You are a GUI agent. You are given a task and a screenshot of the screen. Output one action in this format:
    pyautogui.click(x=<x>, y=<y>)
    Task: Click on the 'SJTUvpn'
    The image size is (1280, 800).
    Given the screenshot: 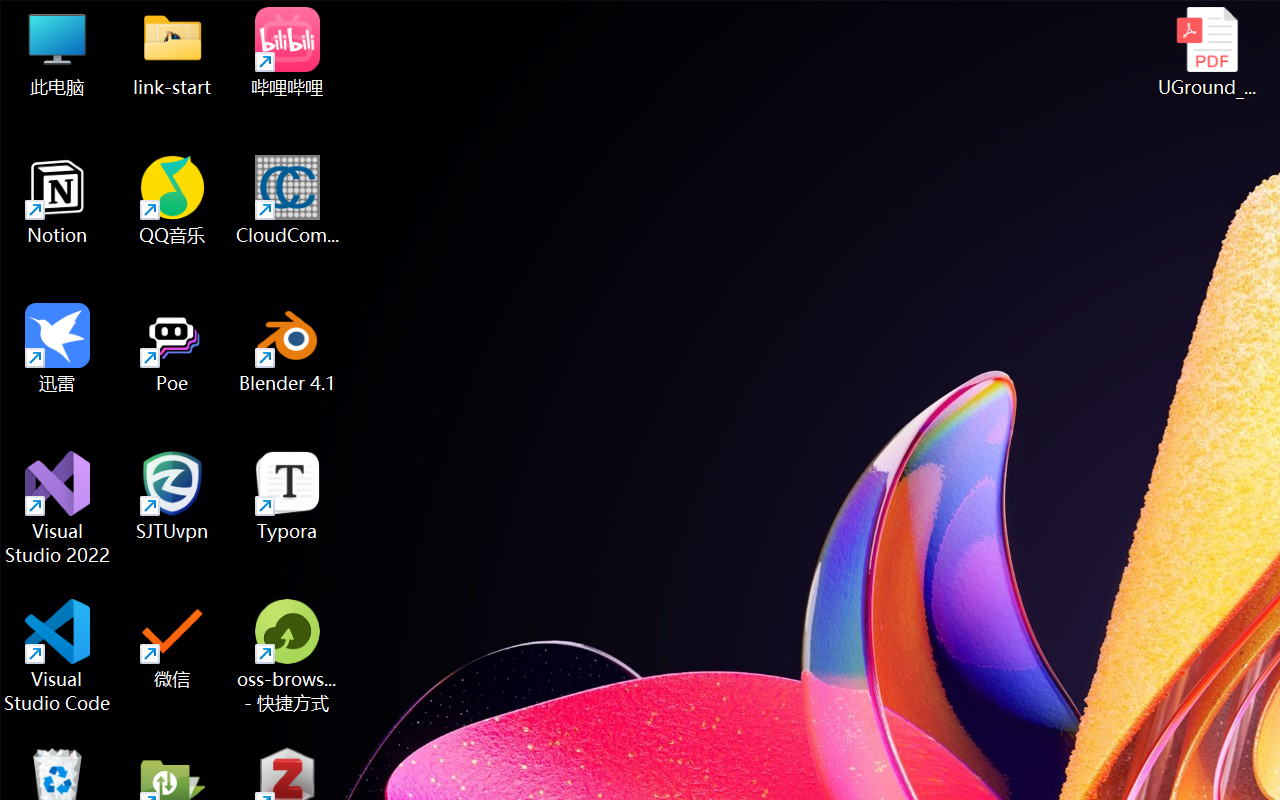 What is the action you would take?
    pyautogui.click(x=172, y=496)
    